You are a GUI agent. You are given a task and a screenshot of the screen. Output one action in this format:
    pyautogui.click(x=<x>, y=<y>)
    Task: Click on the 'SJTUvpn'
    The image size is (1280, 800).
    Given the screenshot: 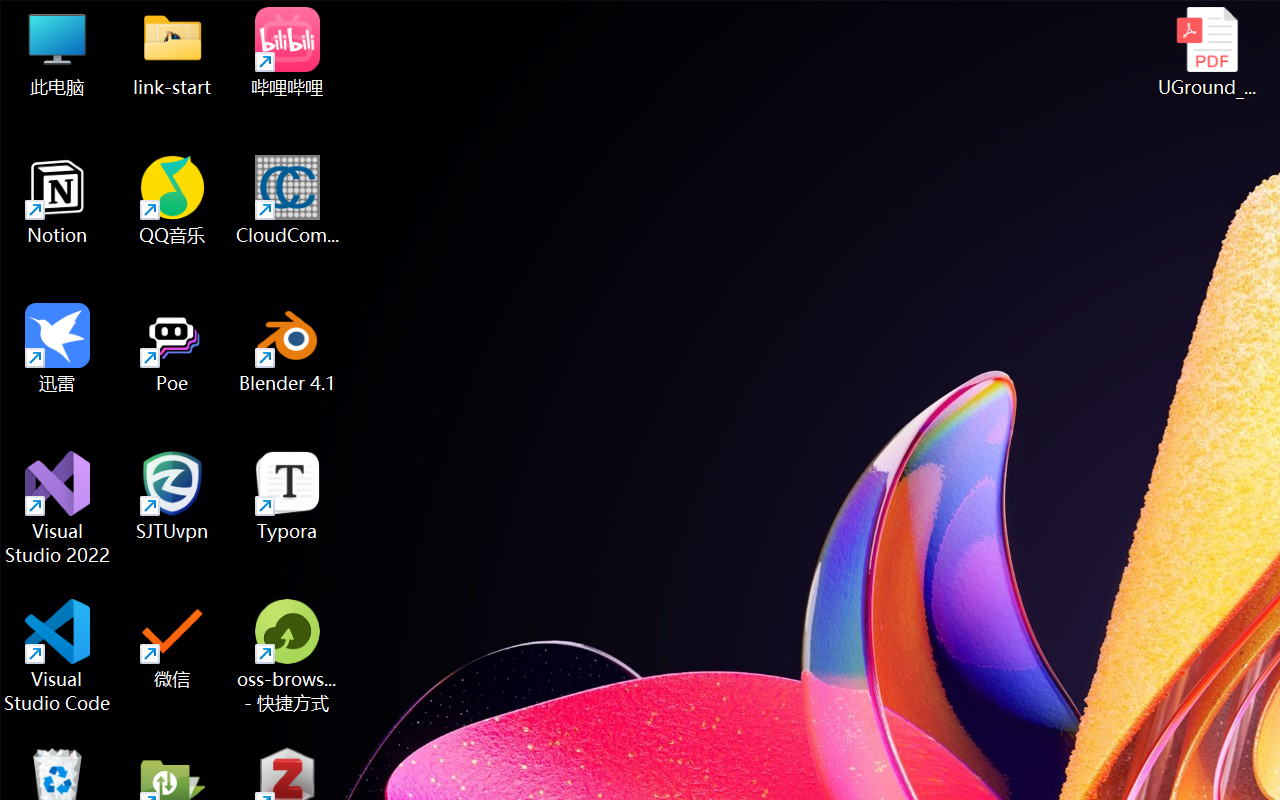 What is the action you would take?
    pyautogui.click(x=172, y=496)
    